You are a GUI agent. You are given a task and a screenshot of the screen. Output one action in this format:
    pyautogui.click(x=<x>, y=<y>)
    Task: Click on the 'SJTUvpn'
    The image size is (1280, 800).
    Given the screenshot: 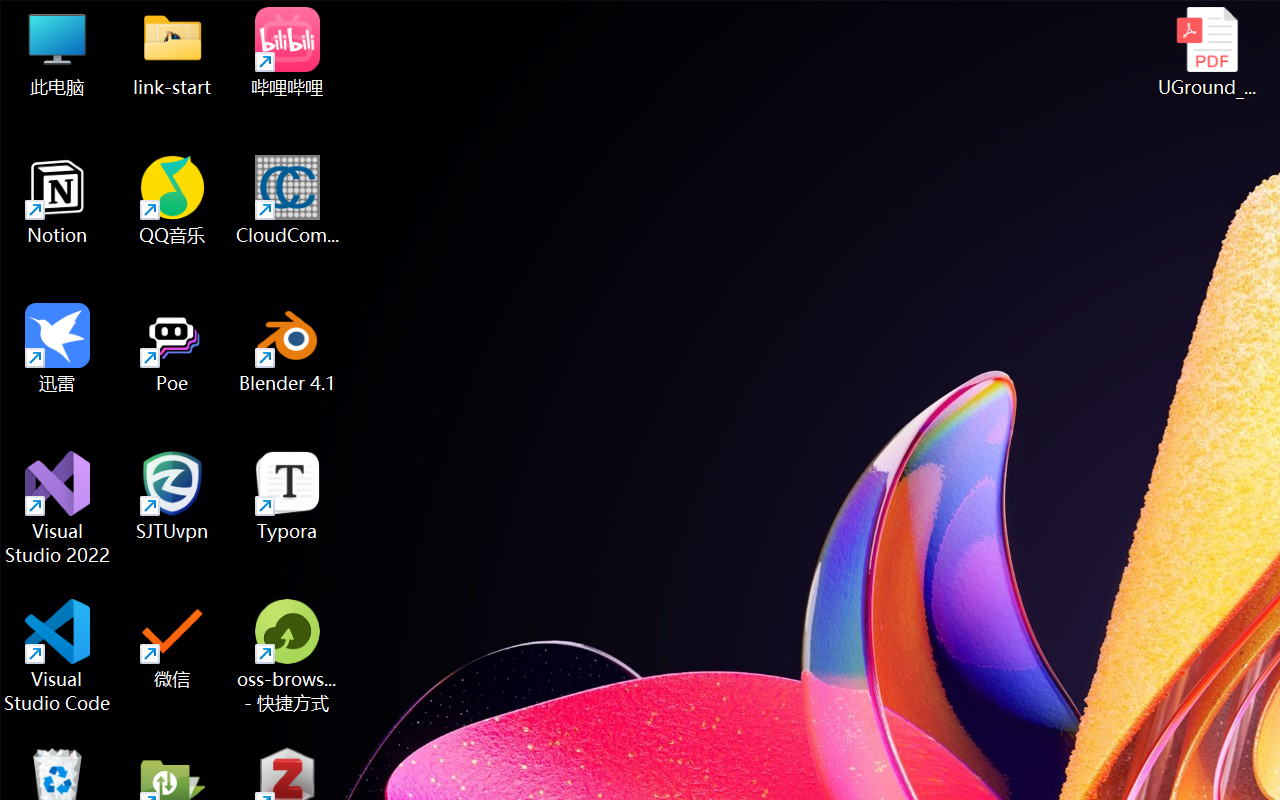 What is the action you would take?
    pyautogui.click(x=172, y=496)
    